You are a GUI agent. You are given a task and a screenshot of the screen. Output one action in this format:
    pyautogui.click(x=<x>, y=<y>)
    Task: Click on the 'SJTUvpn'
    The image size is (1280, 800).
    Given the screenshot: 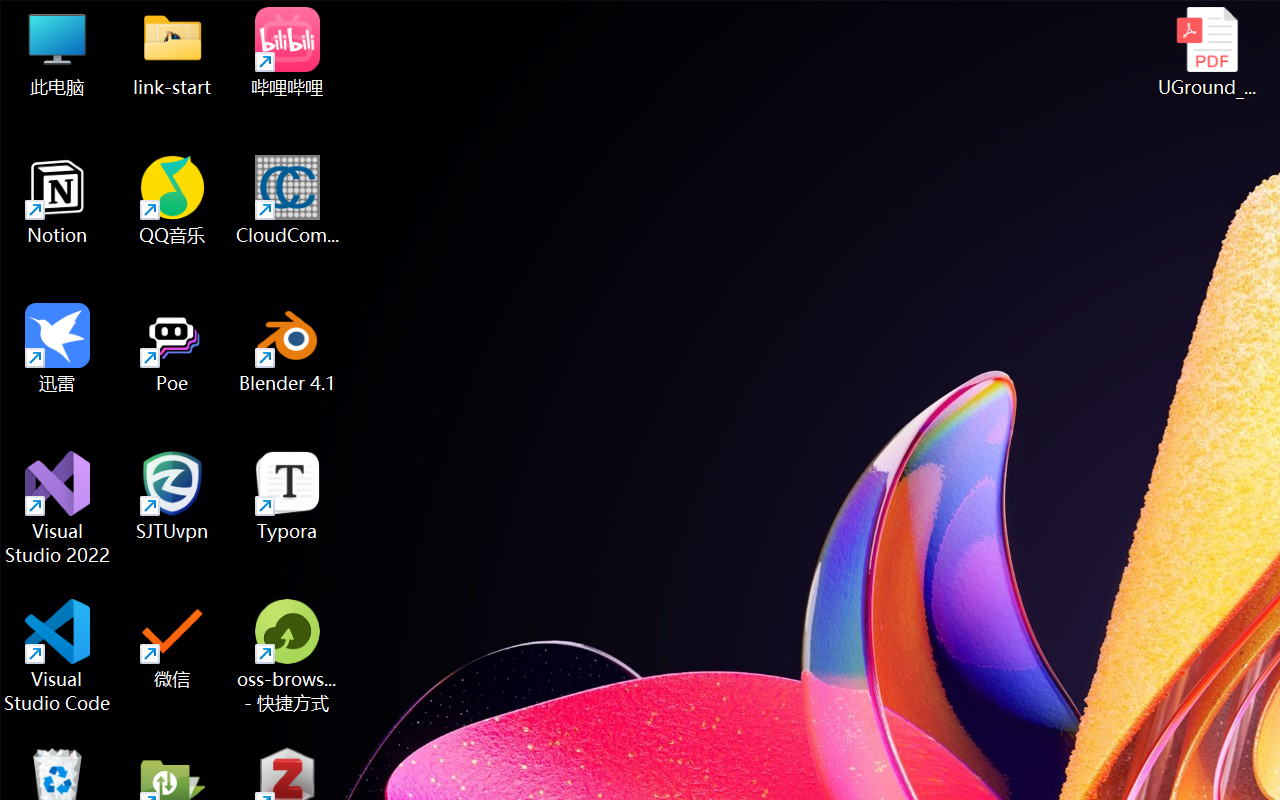 What is the action you would take?
    pyautogui.click(x=172, y=496)
    